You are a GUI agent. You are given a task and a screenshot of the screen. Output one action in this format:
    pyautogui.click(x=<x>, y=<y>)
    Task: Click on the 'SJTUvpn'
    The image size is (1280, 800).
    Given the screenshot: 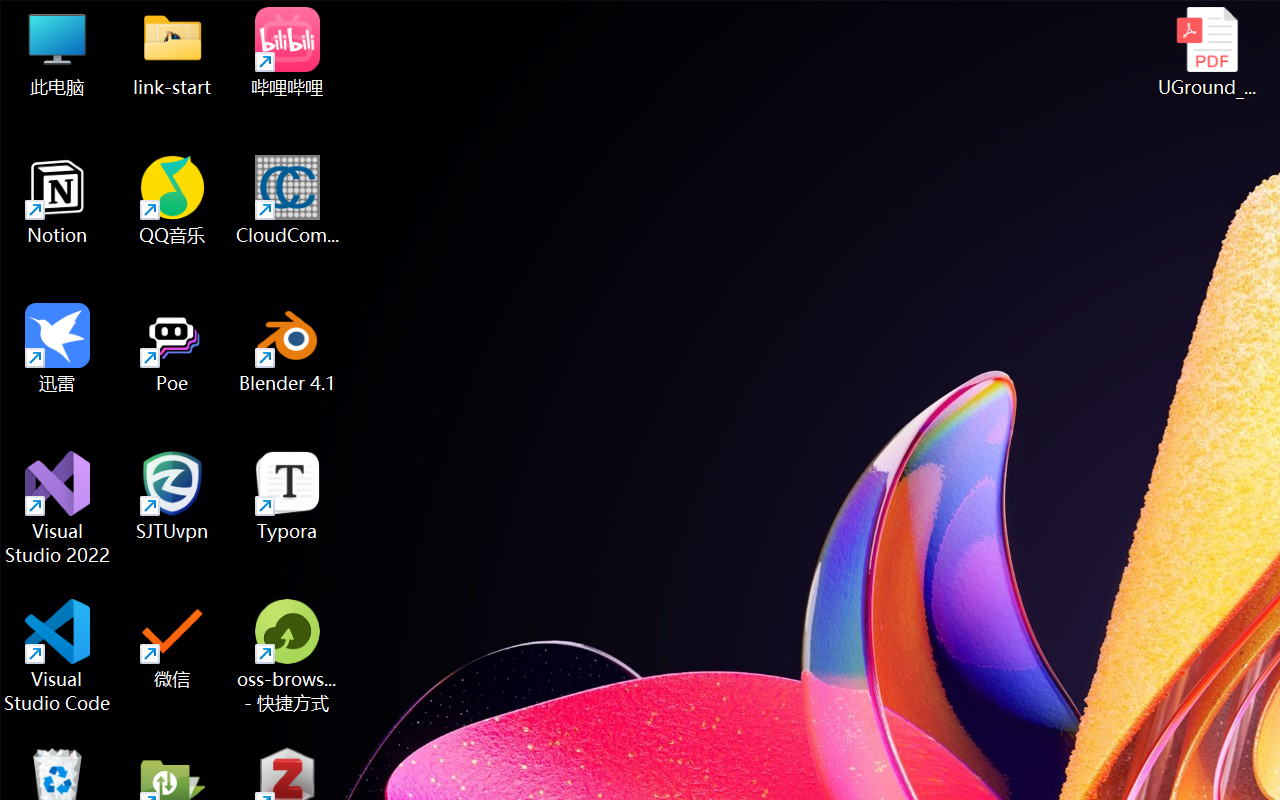 What is the action you would take?
    pyautogui.click(x=172, y=496)
    